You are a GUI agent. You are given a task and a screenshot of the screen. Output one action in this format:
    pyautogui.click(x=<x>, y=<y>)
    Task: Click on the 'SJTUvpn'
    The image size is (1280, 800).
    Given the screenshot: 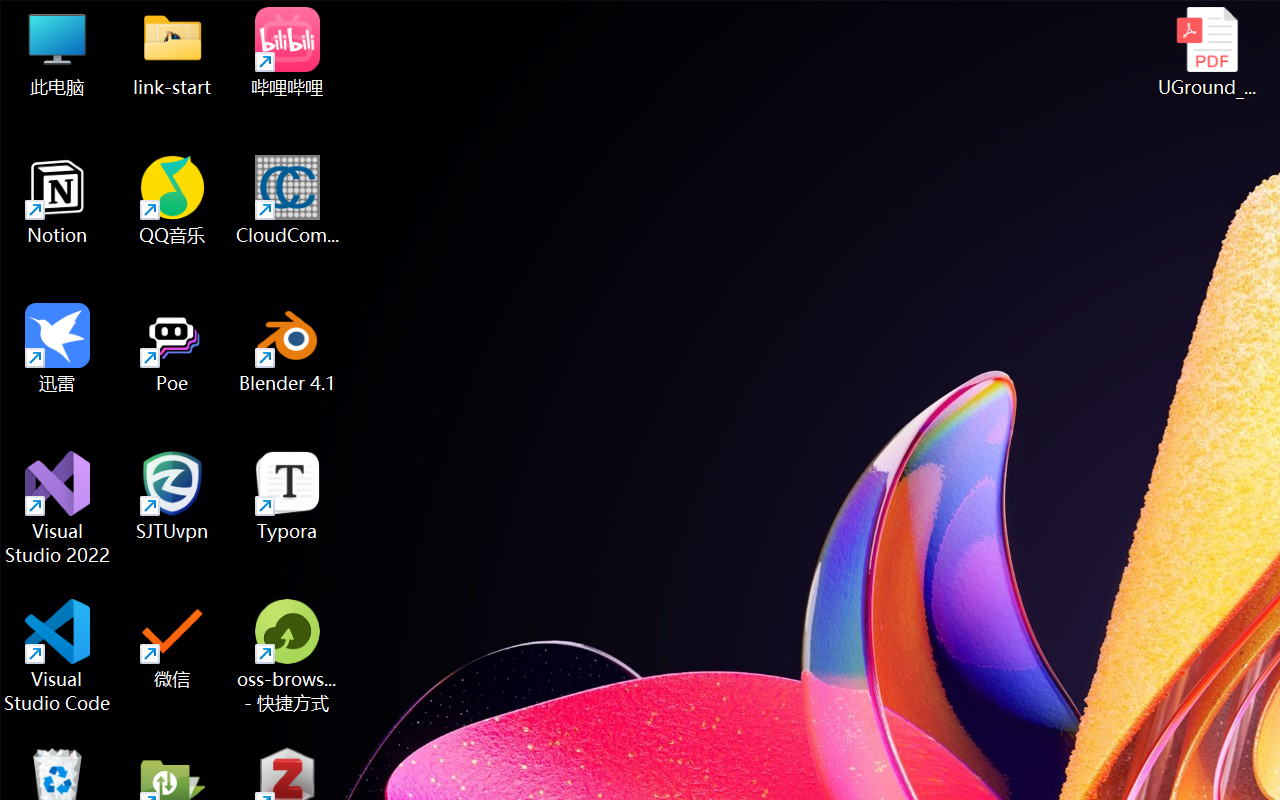 What is the action you would take?
    pyautogui.click(x=172, y=496)
    